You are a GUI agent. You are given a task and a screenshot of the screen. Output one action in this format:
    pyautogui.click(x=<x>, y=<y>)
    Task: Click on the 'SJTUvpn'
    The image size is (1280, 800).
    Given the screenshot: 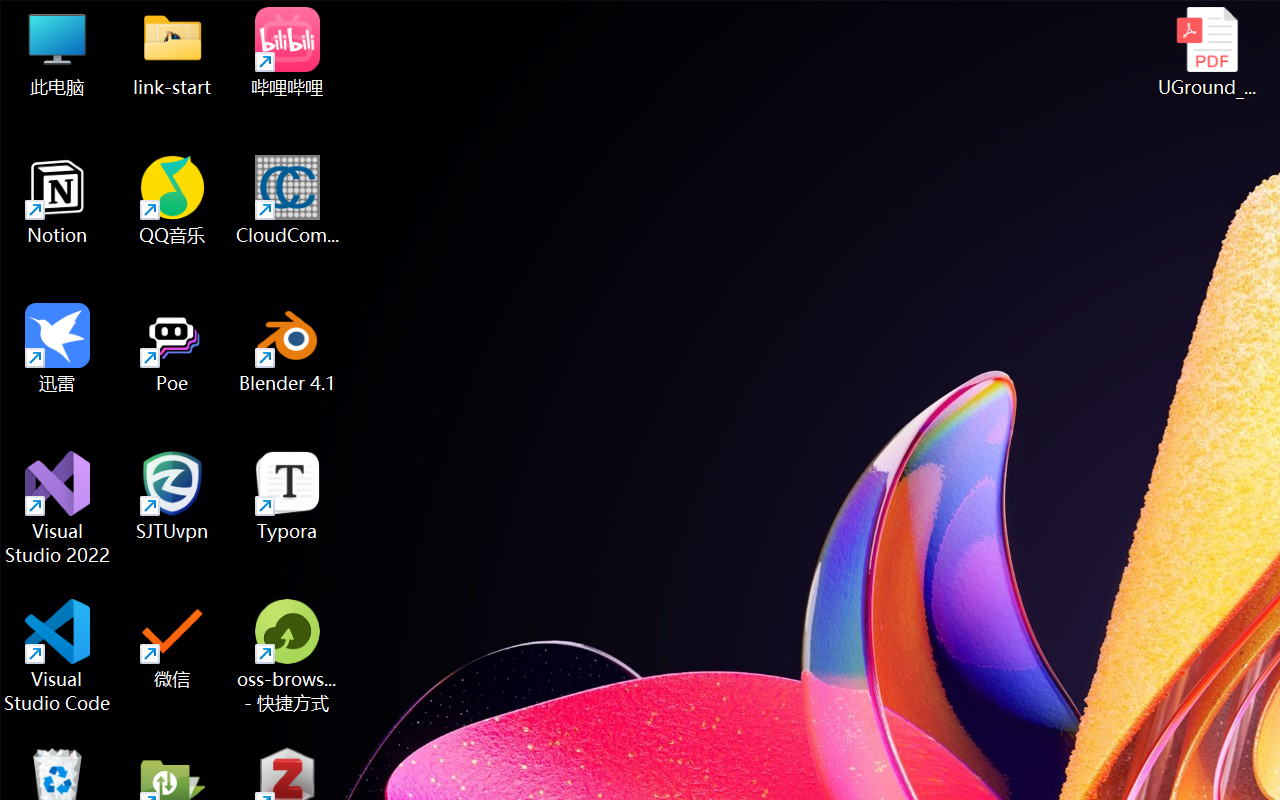 What is the action you would take?
    pyautogui.click(x=172, y=496)
    